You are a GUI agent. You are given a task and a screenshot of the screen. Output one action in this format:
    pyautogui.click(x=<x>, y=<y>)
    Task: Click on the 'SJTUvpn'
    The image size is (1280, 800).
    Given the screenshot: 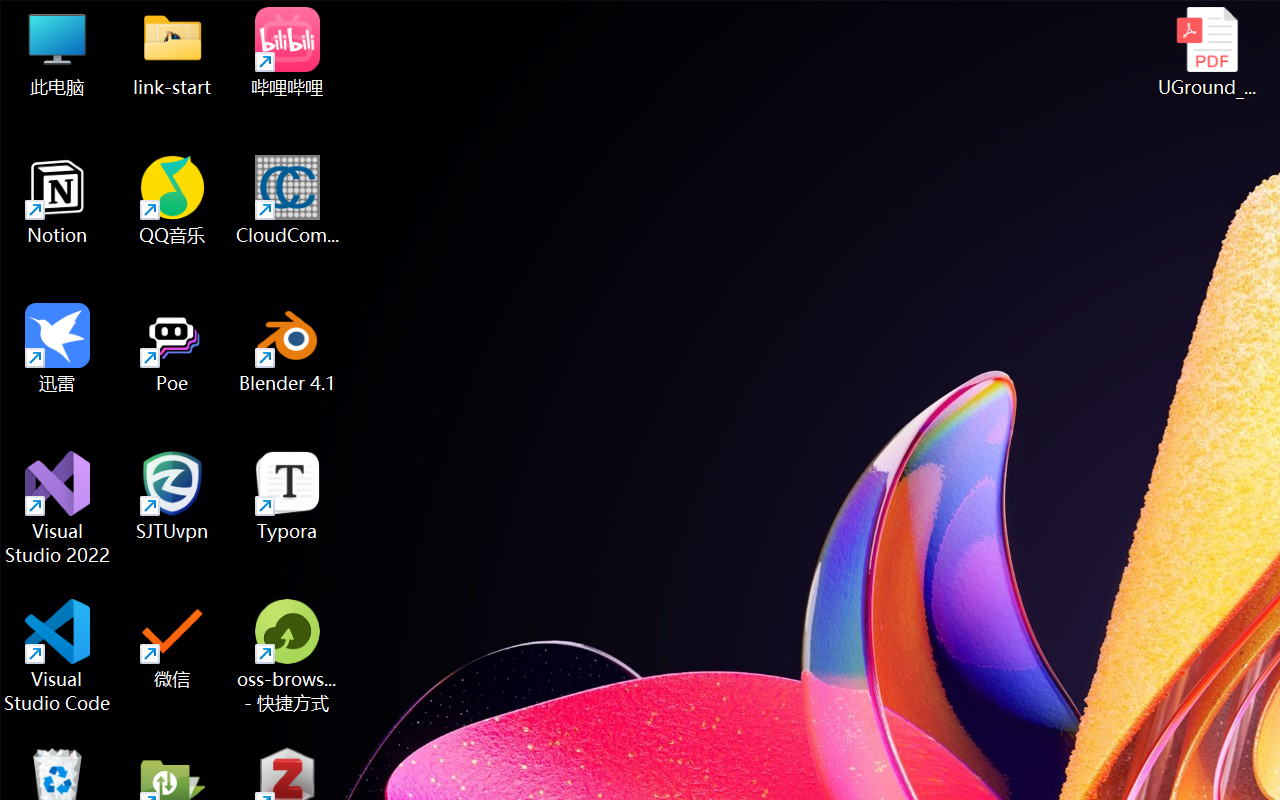 What is the action you would take?
    pyautogui.click(x=172, y=496)
    